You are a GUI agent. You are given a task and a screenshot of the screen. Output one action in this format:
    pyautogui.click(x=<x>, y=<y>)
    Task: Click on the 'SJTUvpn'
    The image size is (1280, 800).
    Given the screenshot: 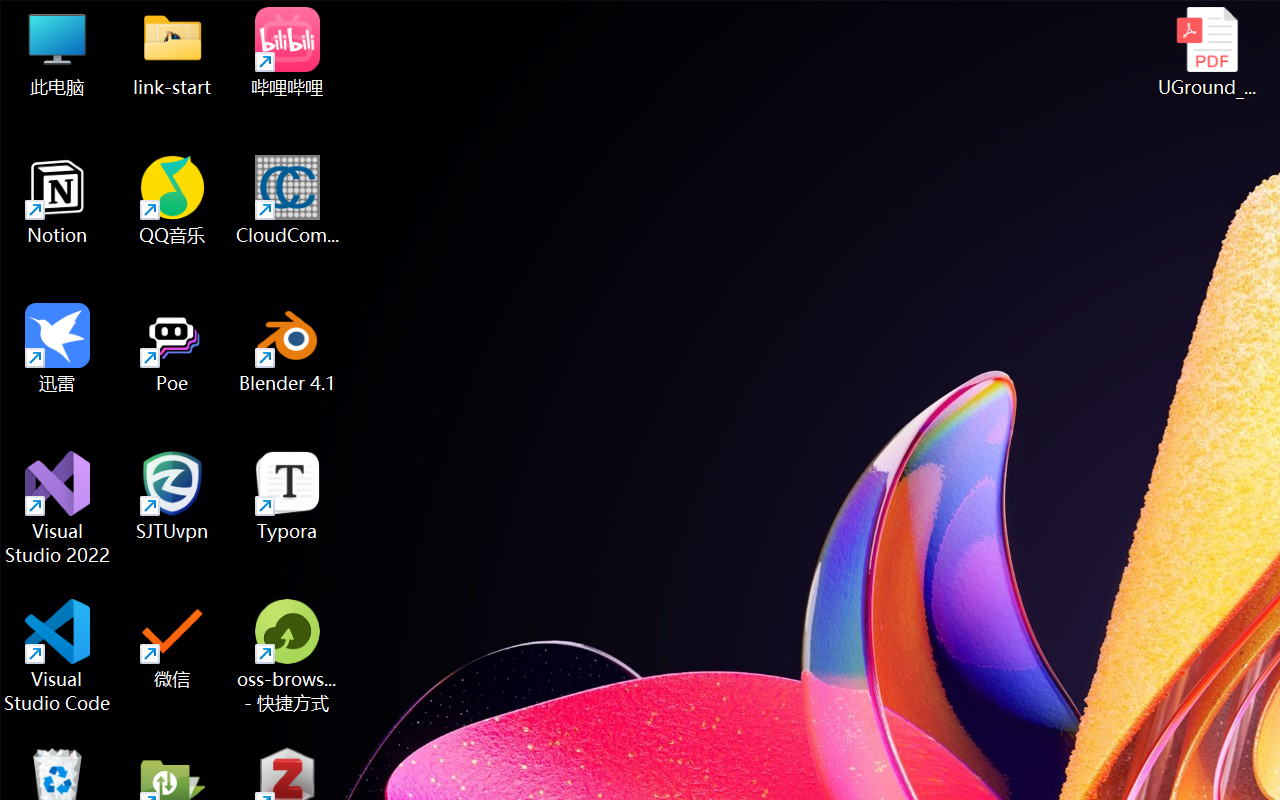 What is the action you would take?
    pyautogui.click(x=172, y=496)
    